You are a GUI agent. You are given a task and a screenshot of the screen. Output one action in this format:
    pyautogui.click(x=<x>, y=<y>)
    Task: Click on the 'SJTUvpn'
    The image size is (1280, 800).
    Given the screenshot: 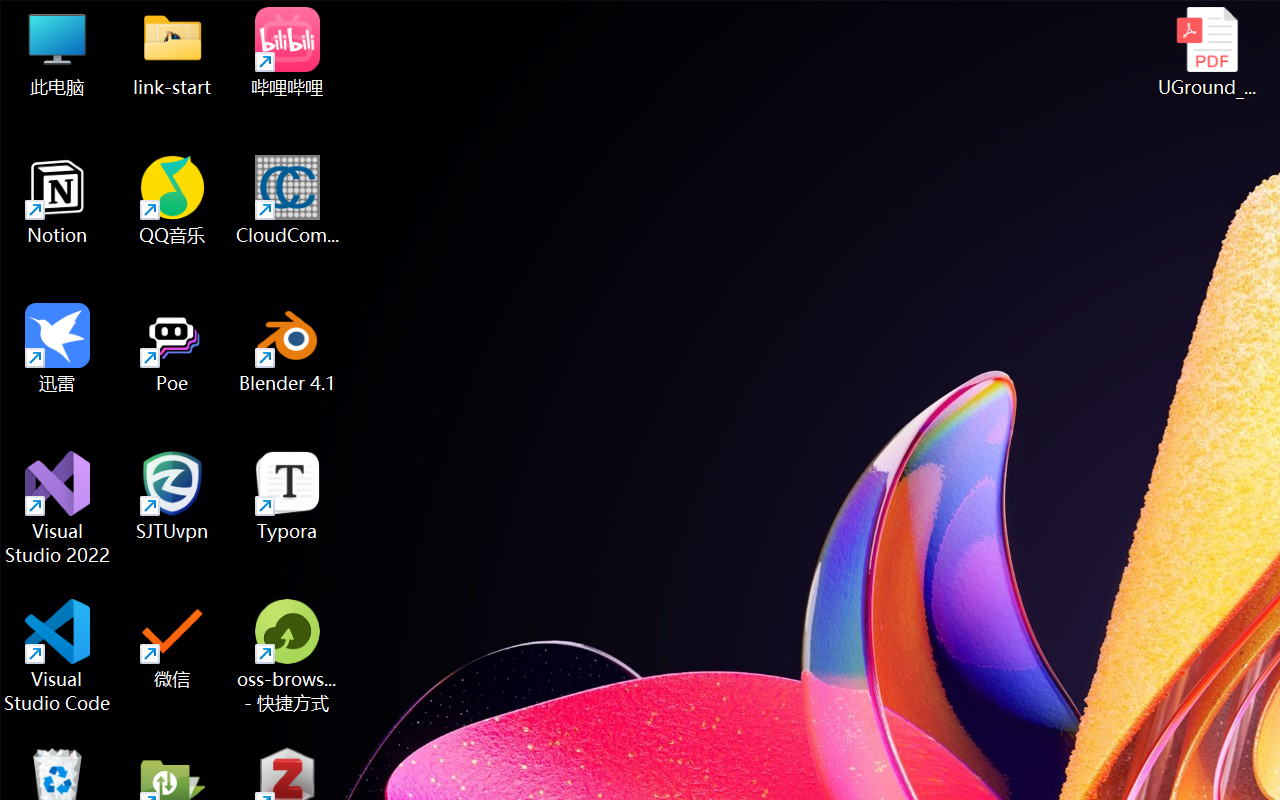 What is the action you would take?
    pyautogui.click(x=172, y=496)
    